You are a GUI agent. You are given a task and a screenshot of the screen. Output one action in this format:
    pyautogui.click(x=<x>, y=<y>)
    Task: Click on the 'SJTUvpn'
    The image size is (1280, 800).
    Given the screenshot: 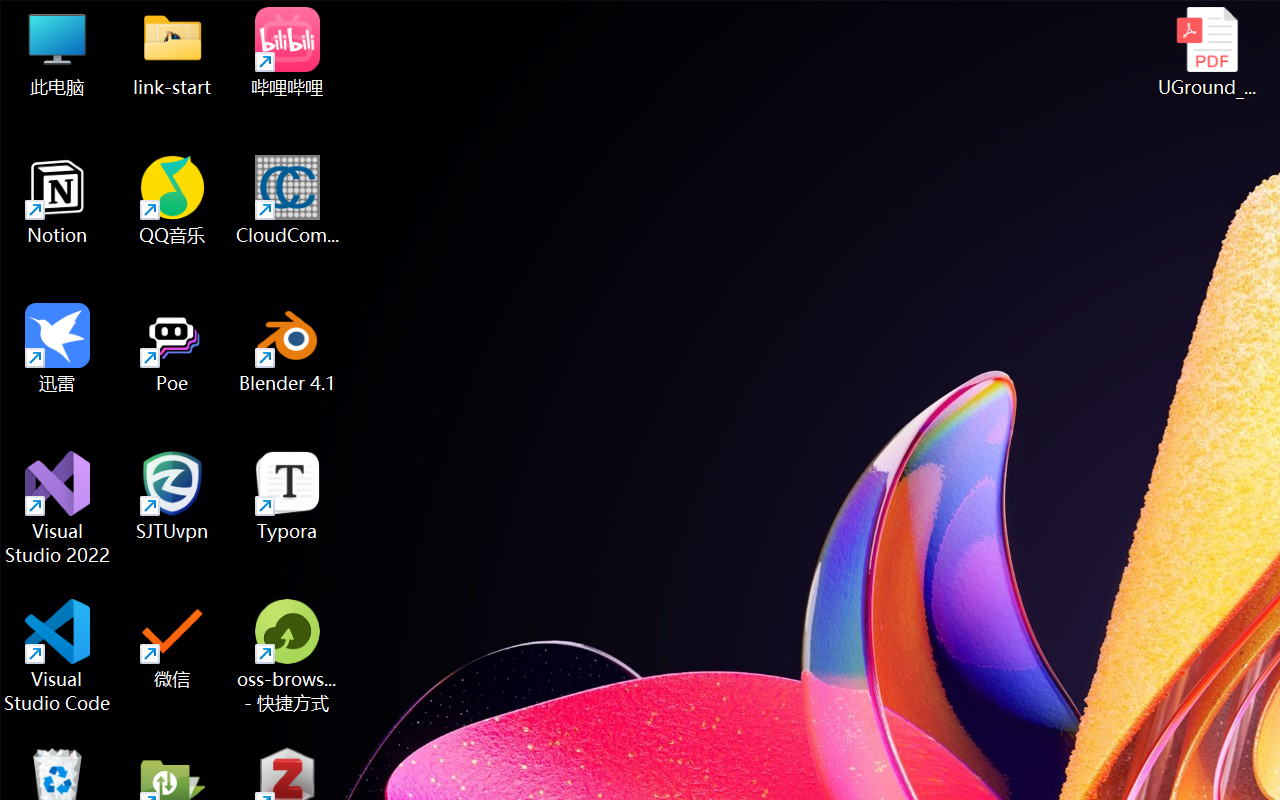 What is the action you would take?
    pyautogui.click(x=172, y=496)
    